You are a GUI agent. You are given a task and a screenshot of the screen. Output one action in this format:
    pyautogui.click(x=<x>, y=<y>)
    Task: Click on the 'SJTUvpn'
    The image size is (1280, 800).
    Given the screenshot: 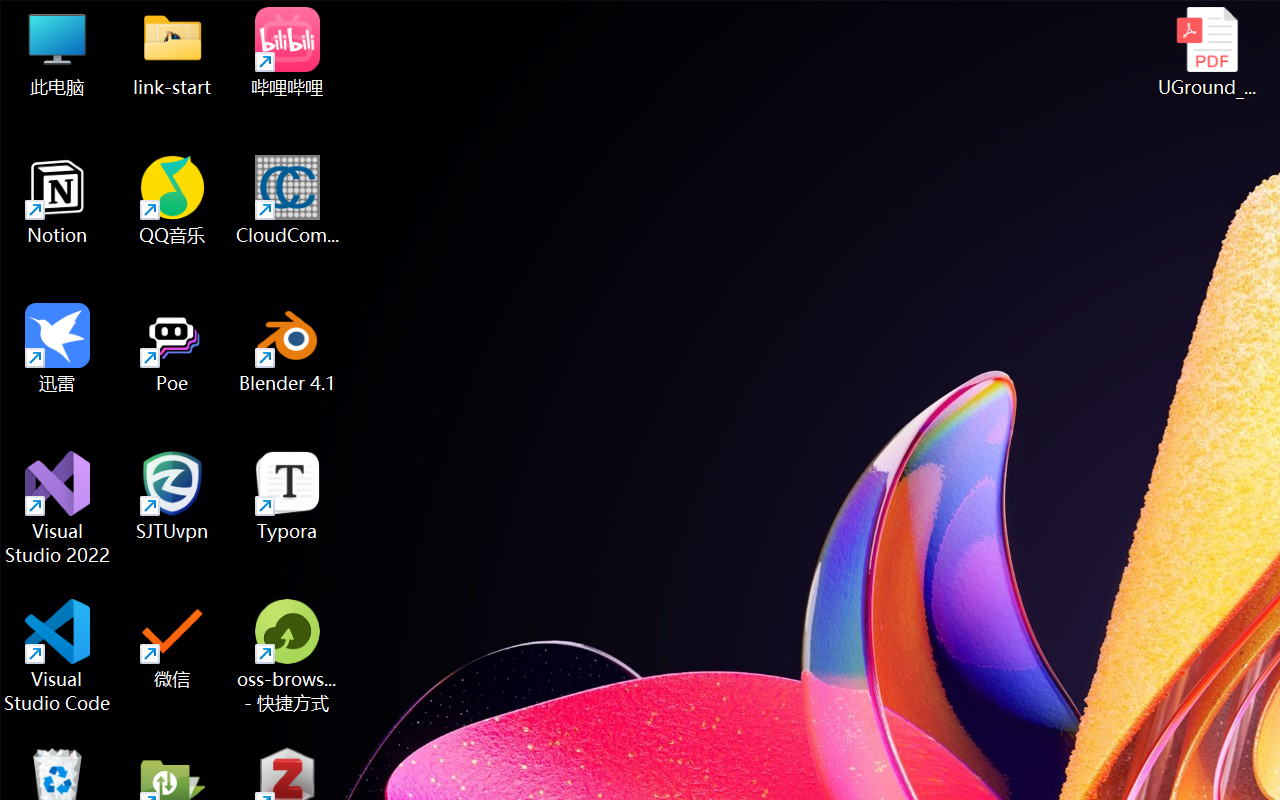 What is the action you would take?
    pyautogui.click(x=172, y=496)
    